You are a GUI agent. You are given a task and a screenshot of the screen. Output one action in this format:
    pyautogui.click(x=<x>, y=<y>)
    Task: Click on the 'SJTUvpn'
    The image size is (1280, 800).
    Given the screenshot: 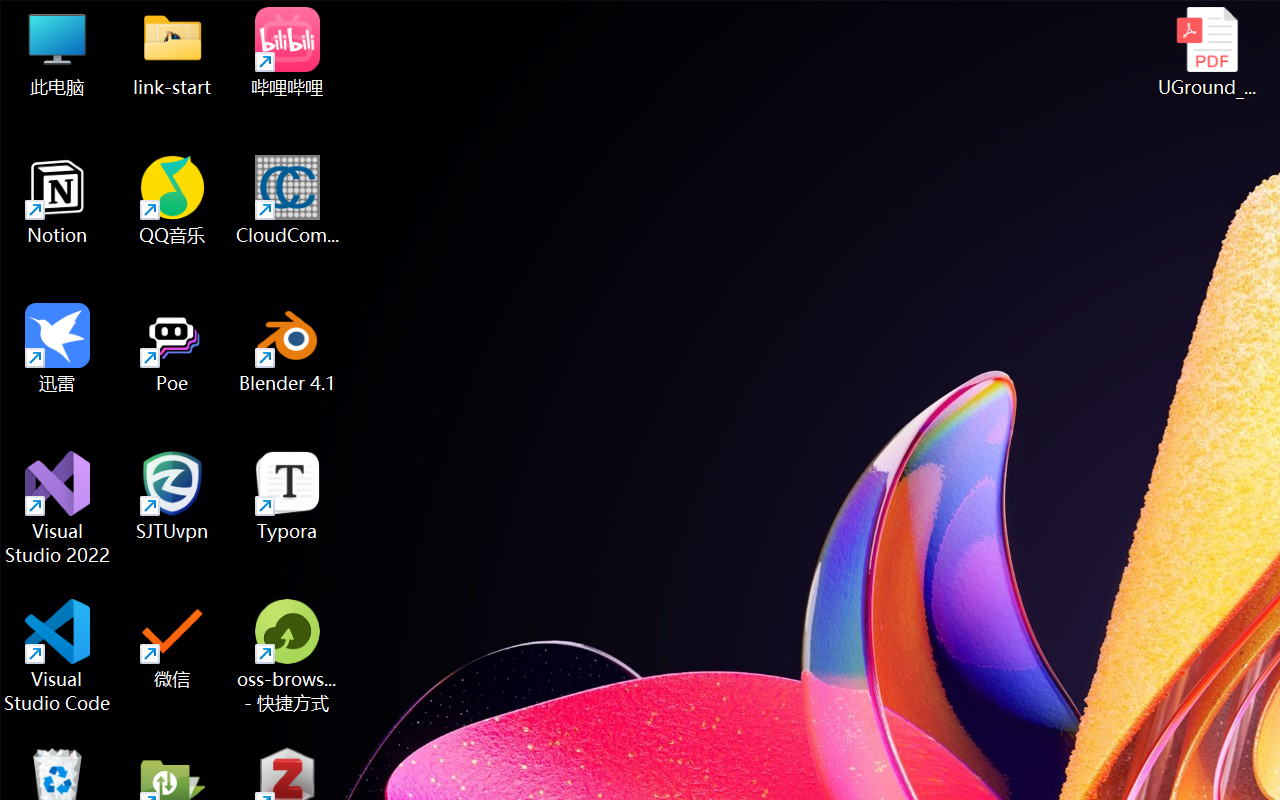 What is the action you would take?
    pyautogui.click(x=172, y=496)
    